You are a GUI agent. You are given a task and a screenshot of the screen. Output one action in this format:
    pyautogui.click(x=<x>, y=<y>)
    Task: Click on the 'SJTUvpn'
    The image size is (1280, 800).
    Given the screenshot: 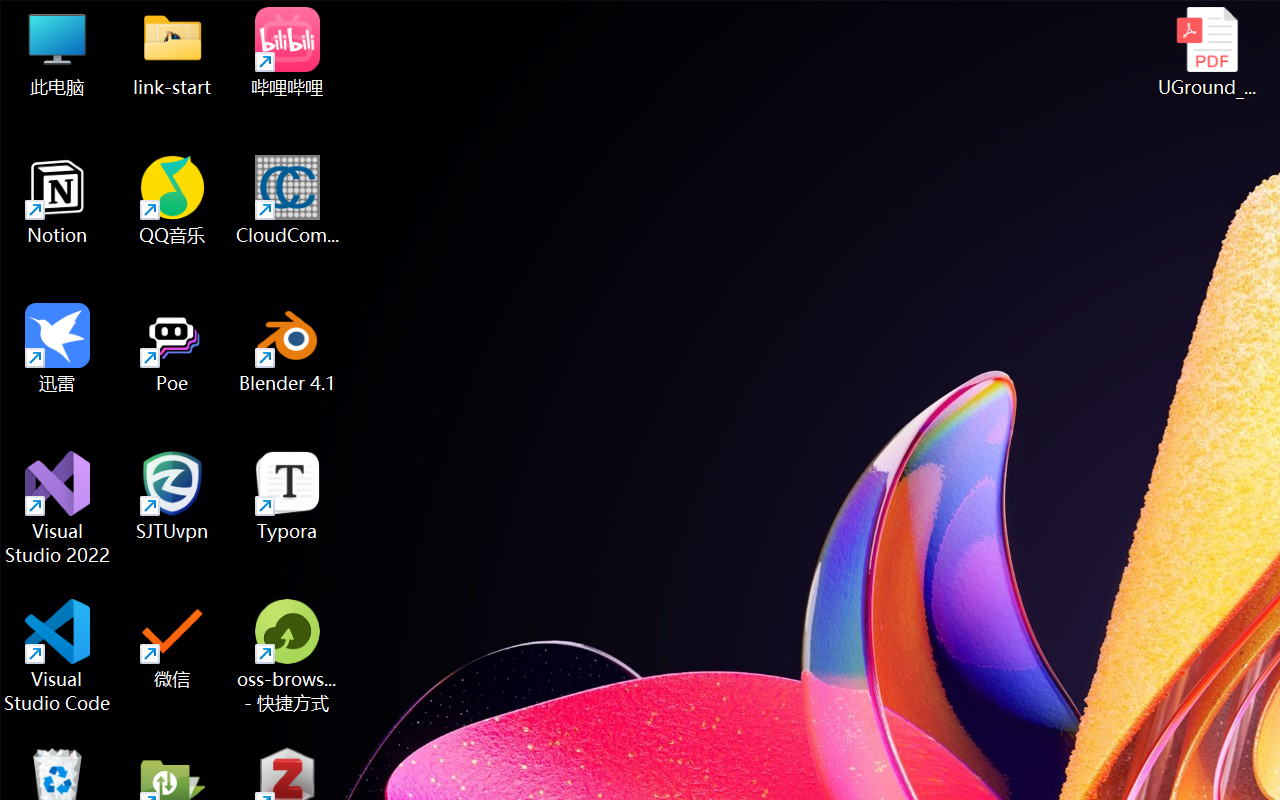 What is the action you would take?
    pyautogui.click(x=172, y=496)
    